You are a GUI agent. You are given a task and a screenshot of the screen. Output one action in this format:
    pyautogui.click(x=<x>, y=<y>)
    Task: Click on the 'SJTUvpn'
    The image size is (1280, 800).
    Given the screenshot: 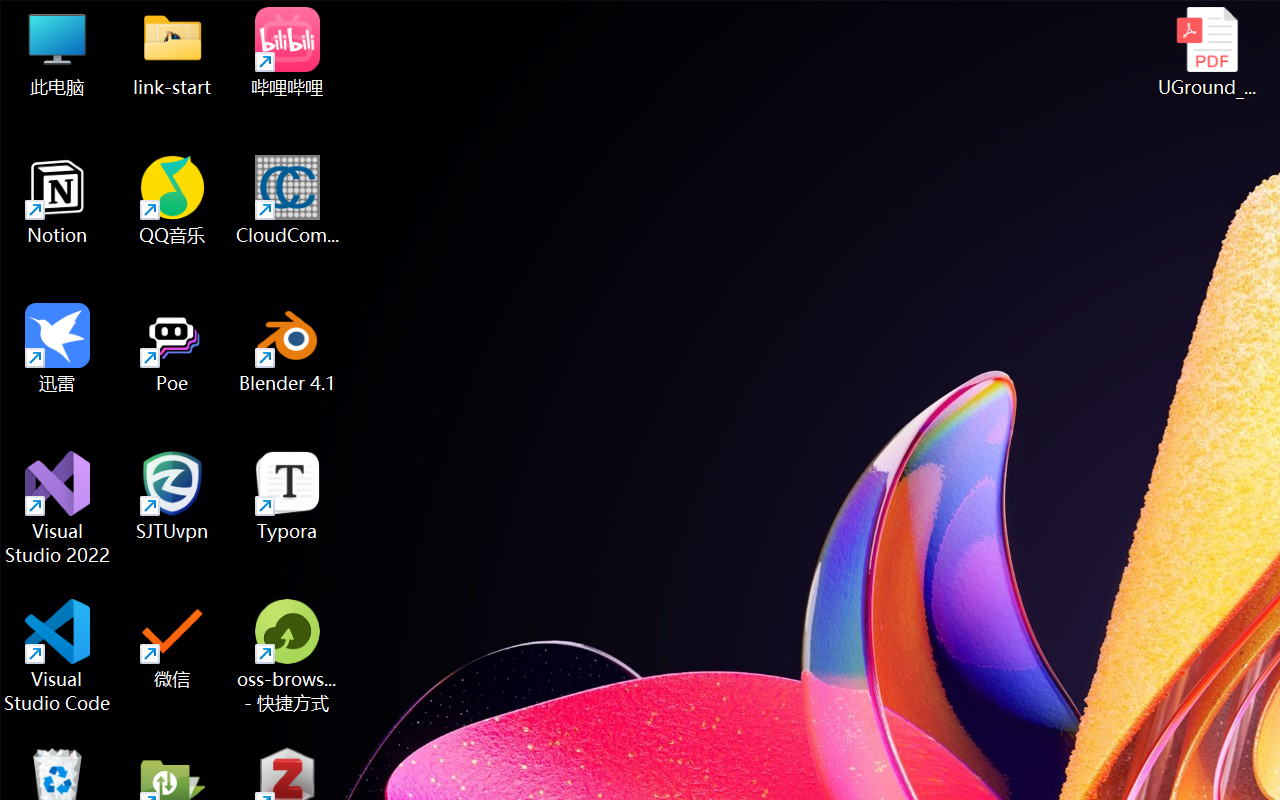 What is the action you would take?
    pyautogui.click(x=172, y=496)
    